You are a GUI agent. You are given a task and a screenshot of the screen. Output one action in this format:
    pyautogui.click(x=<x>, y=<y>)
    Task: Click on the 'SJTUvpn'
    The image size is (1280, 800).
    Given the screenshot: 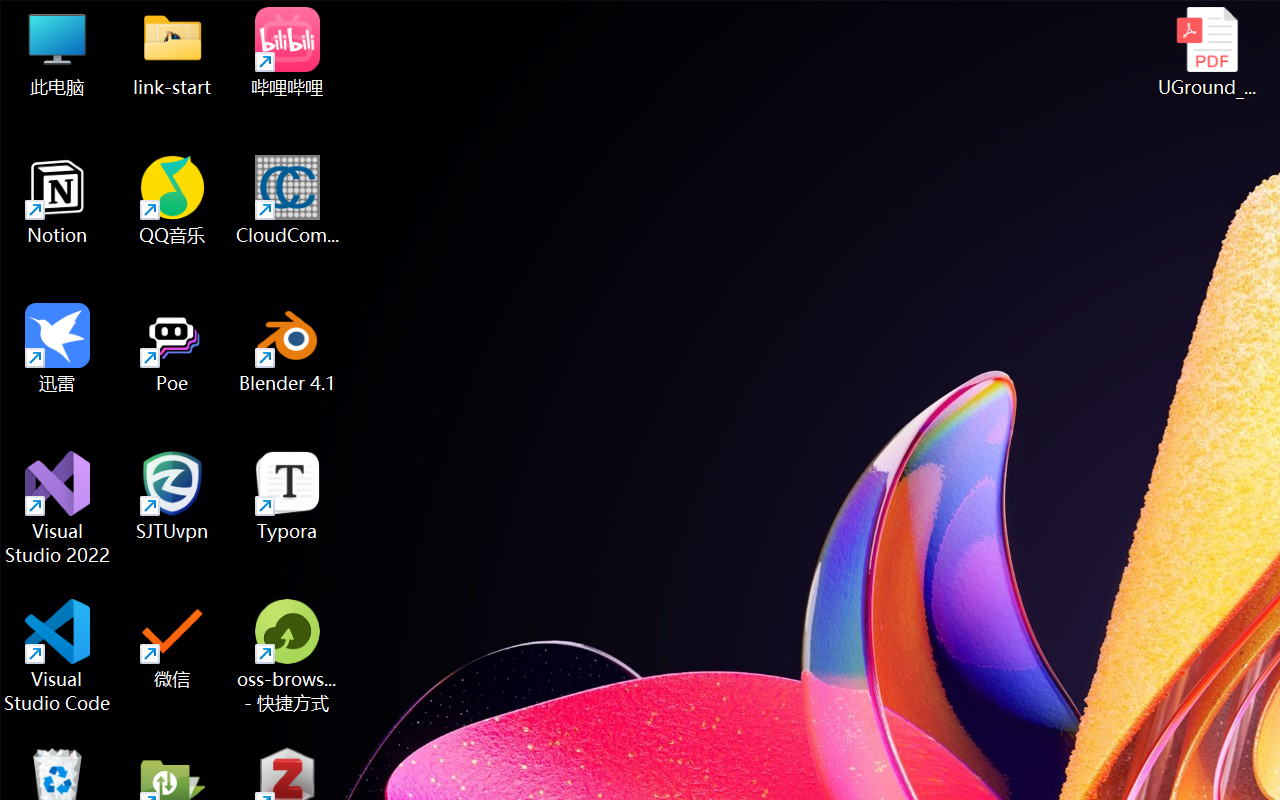 What is the action you would take?
    pyautogui.click(x=172, y=496)
    